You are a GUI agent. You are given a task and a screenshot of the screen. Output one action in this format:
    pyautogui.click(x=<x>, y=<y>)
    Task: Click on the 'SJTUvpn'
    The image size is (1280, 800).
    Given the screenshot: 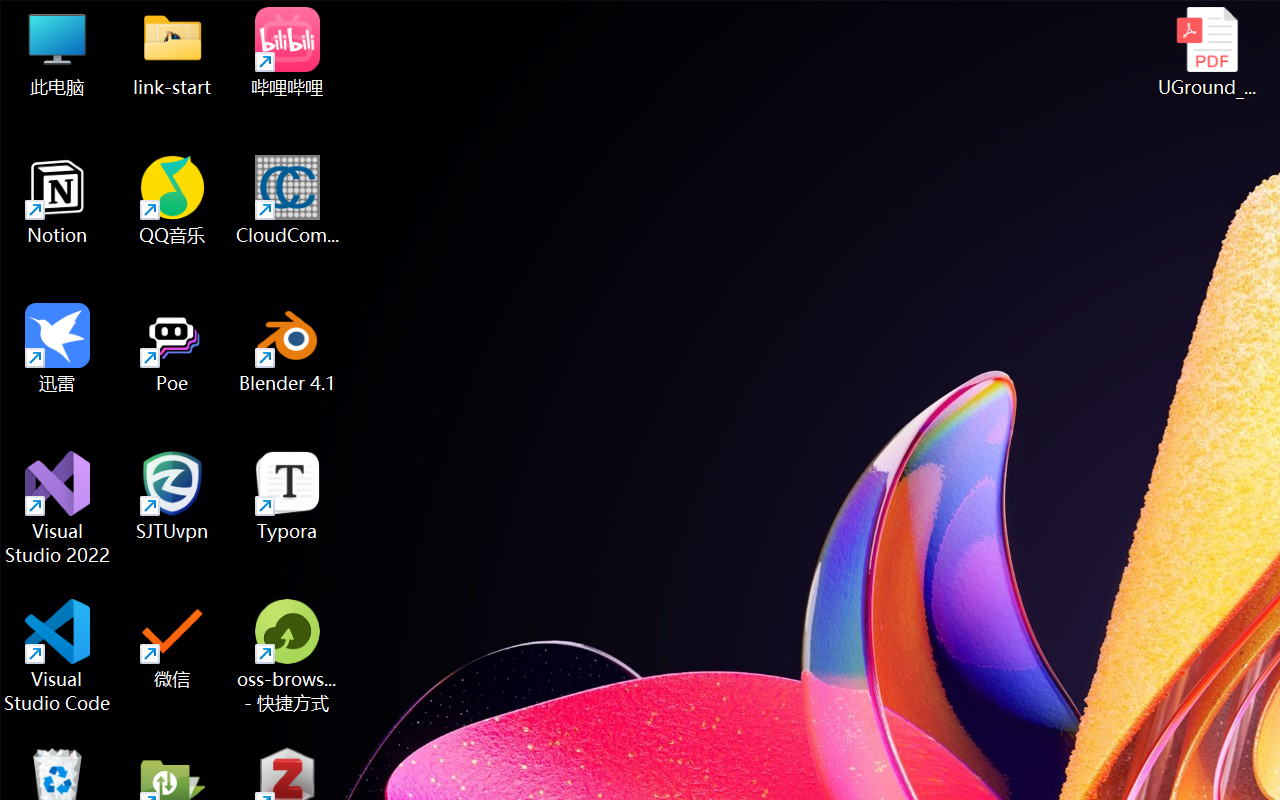 What is the action you would take?
    pyautogui.click(x=172, y=496)
    